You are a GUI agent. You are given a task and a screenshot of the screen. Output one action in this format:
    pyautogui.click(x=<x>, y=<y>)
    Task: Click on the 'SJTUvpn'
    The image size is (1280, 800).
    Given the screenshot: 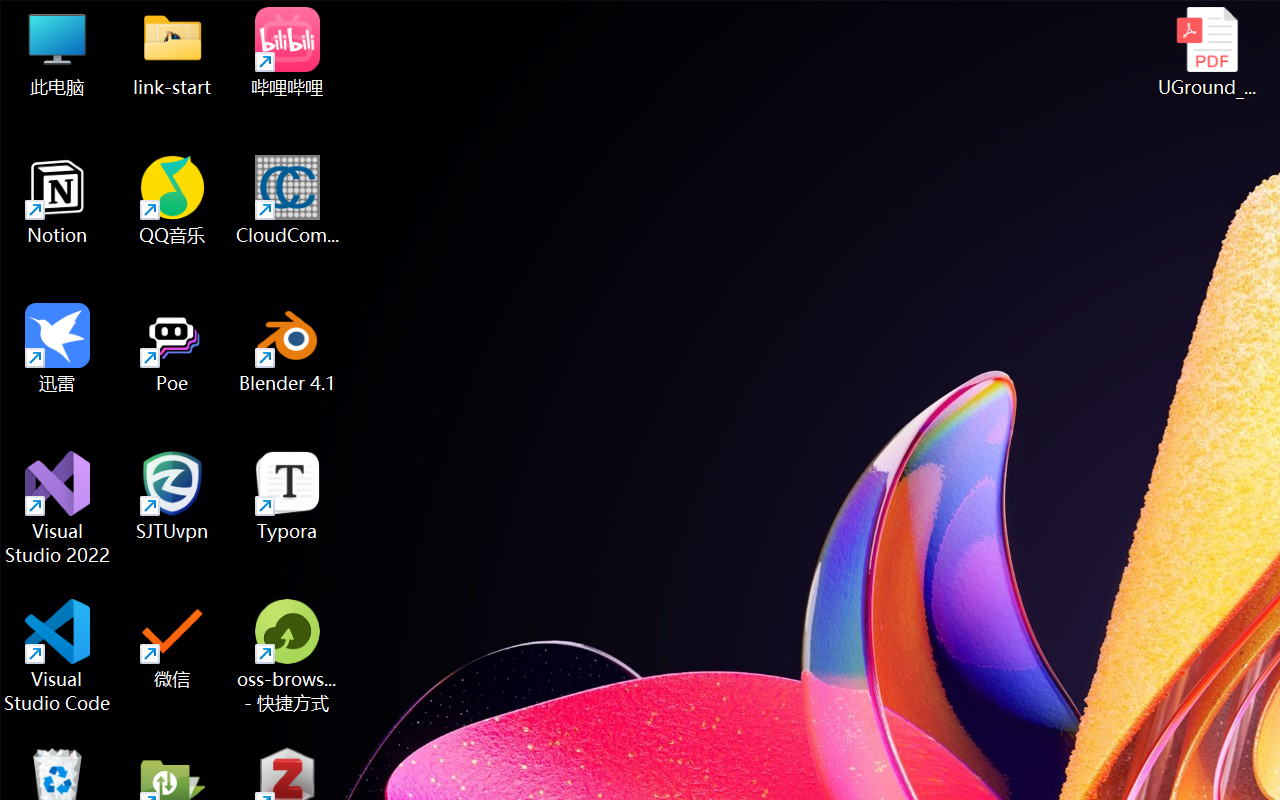 What is the action you would take?
    pyautogui.click(x=172, y=496)
    